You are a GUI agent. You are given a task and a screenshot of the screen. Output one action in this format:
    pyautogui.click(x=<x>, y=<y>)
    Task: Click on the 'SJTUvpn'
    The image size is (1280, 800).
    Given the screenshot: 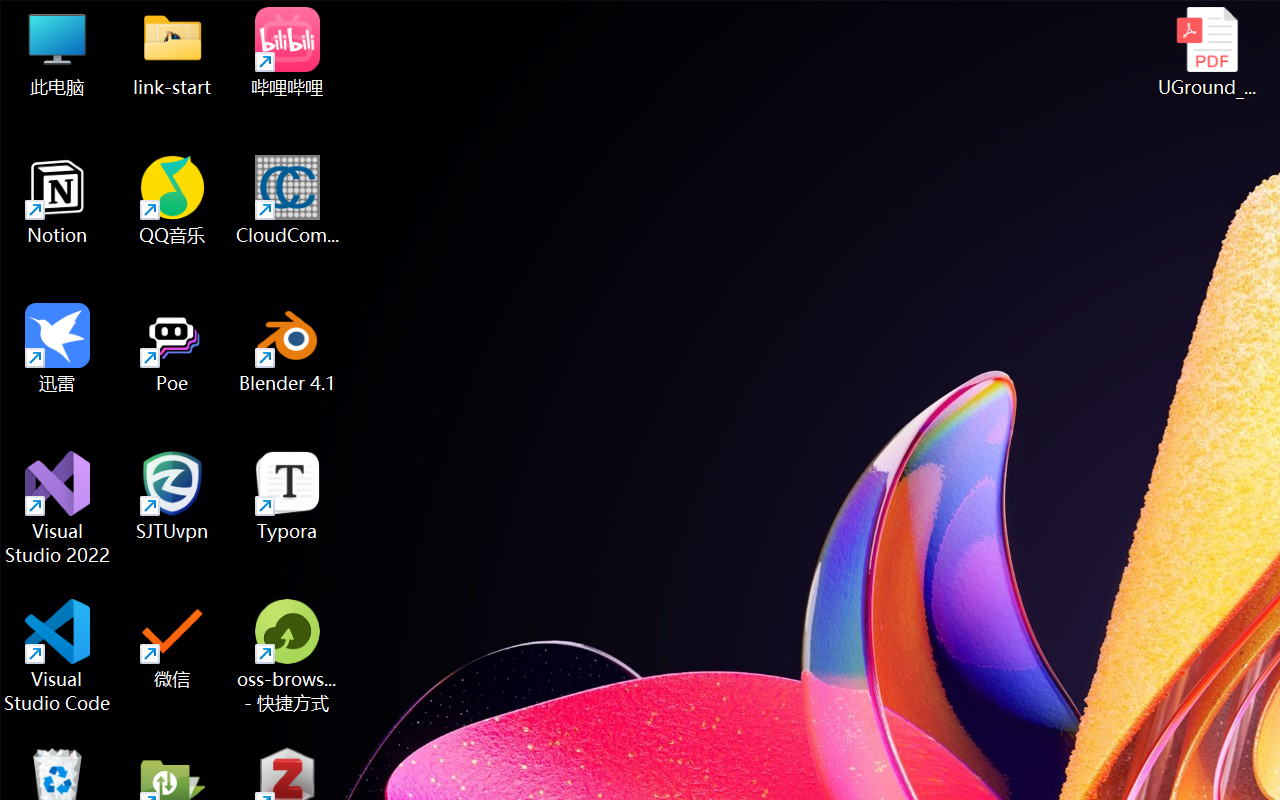 What is the action you would take?
    pyautogui.click(x=172, y=496)
    